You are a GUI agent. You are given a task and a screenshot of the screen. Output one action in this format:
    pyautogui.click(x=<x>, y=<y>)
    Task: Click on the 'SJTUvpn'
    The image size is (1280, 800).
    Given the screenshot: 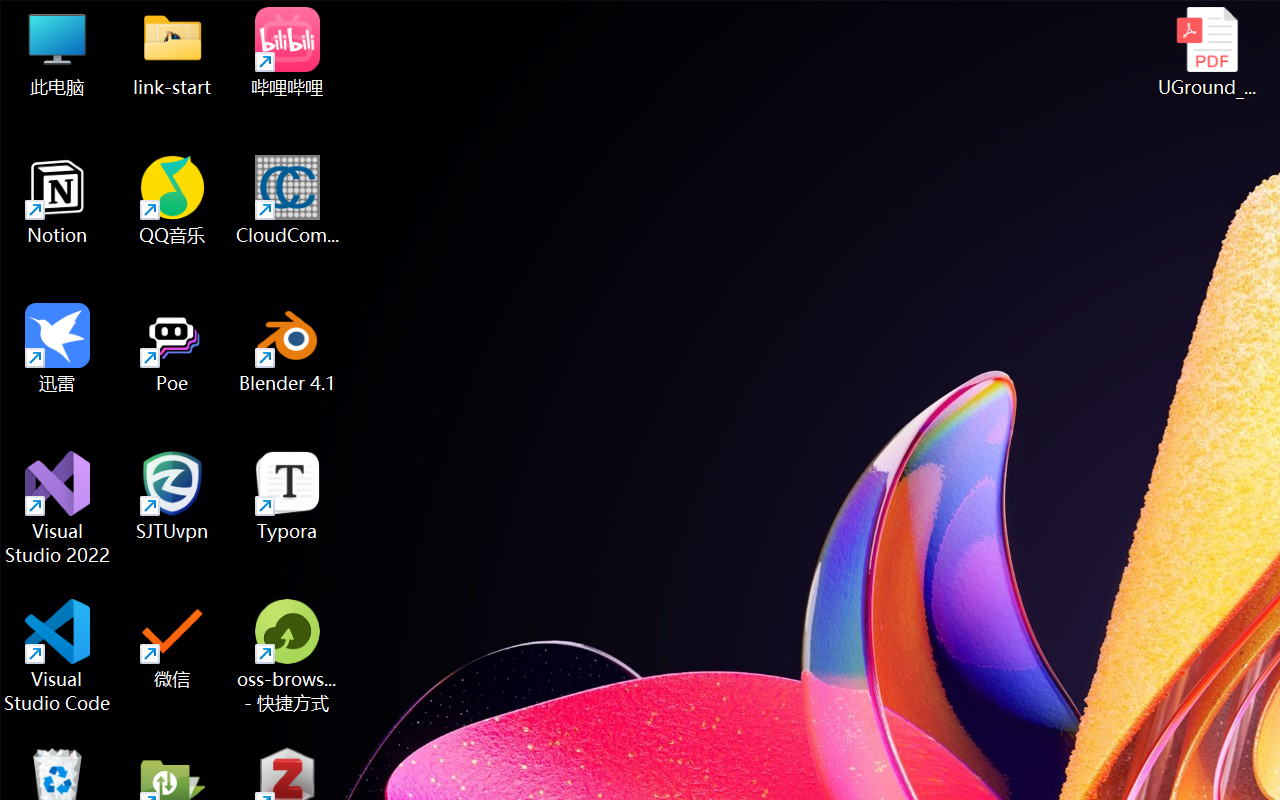 What is the action you would take?
    pyautogui.click(x=172, y=496)
    